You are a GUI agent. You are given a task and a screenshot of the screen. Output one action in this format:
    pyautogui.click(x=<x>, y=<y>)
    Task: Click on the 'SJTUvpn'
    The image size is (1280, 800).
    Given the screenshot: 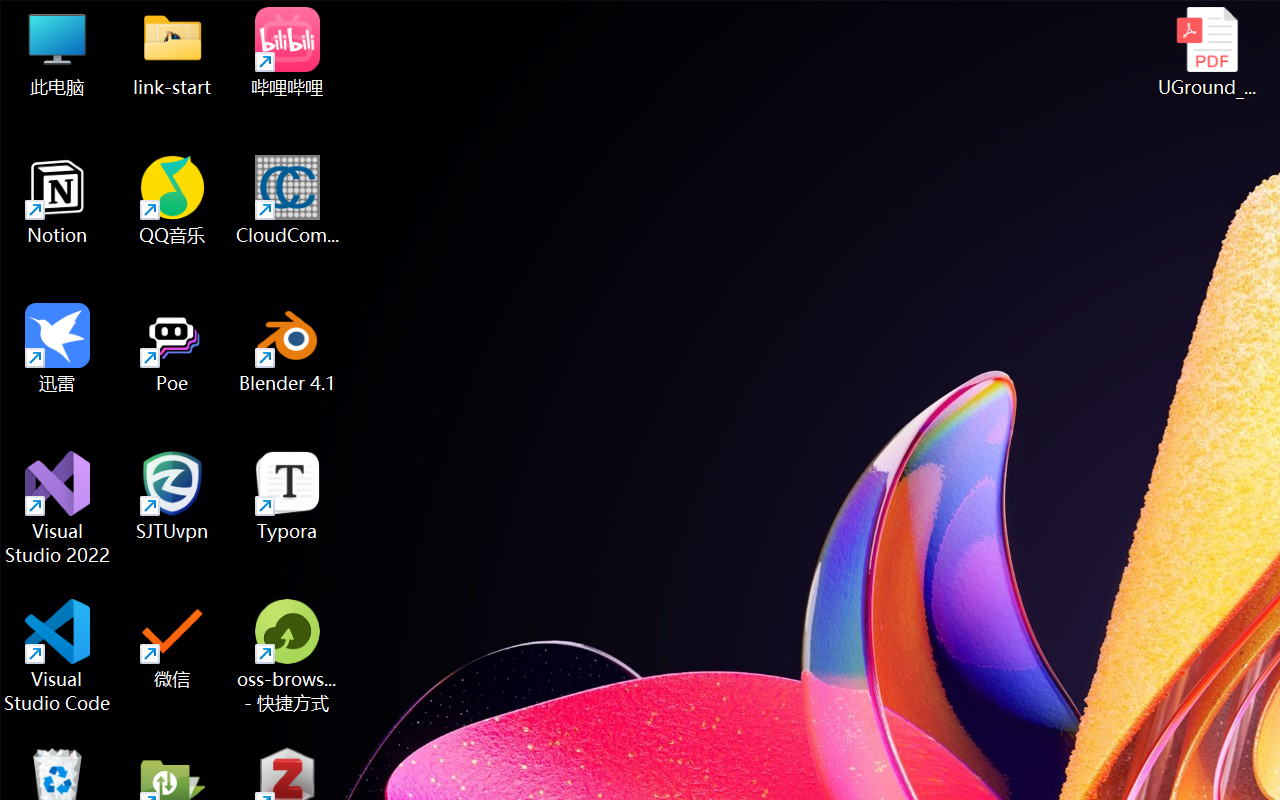 What is the action you would take?
    pyautogui.click(x=172, y=496)
    